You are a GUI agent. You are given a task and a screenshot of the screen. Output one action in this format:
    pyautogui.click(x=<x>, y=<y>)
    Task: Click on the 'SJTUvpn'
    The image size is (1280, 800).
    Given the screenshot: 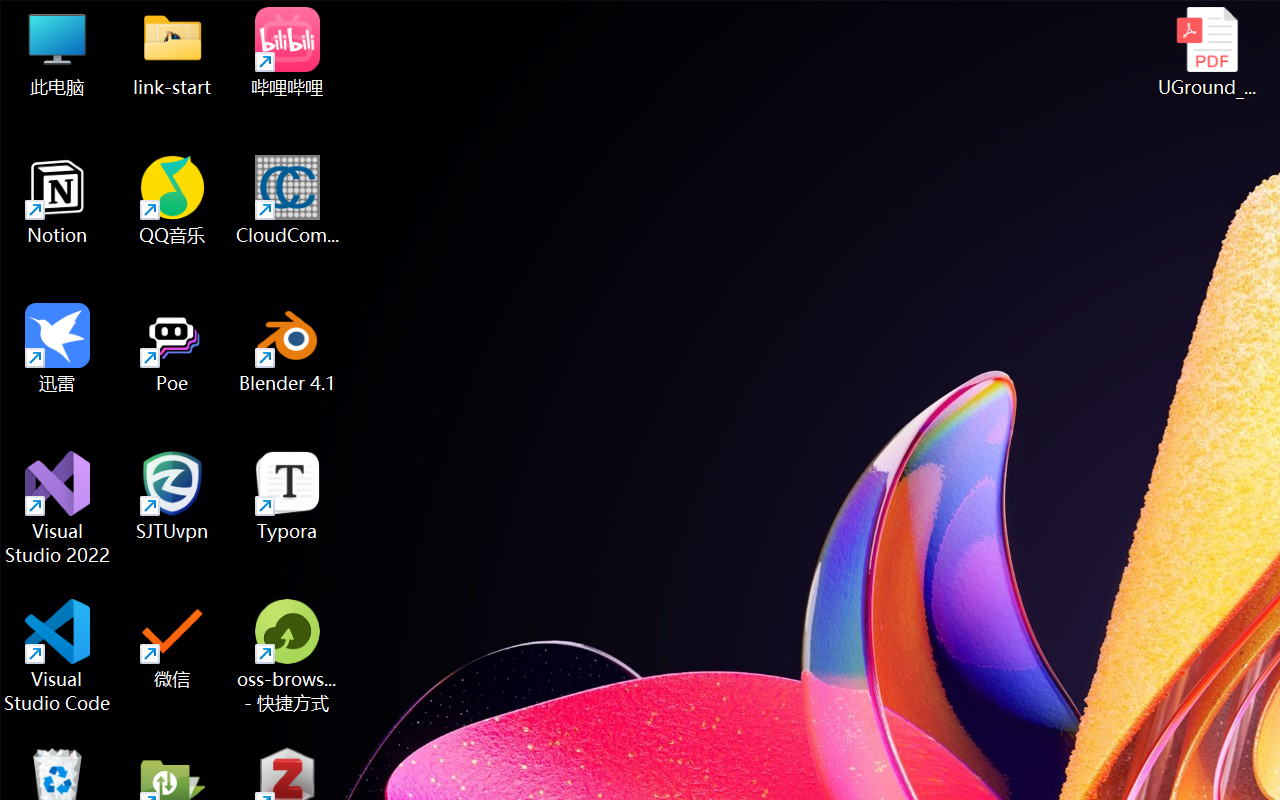 What is the action you would take?
    pyautogui.click(x=172, y=496)
    